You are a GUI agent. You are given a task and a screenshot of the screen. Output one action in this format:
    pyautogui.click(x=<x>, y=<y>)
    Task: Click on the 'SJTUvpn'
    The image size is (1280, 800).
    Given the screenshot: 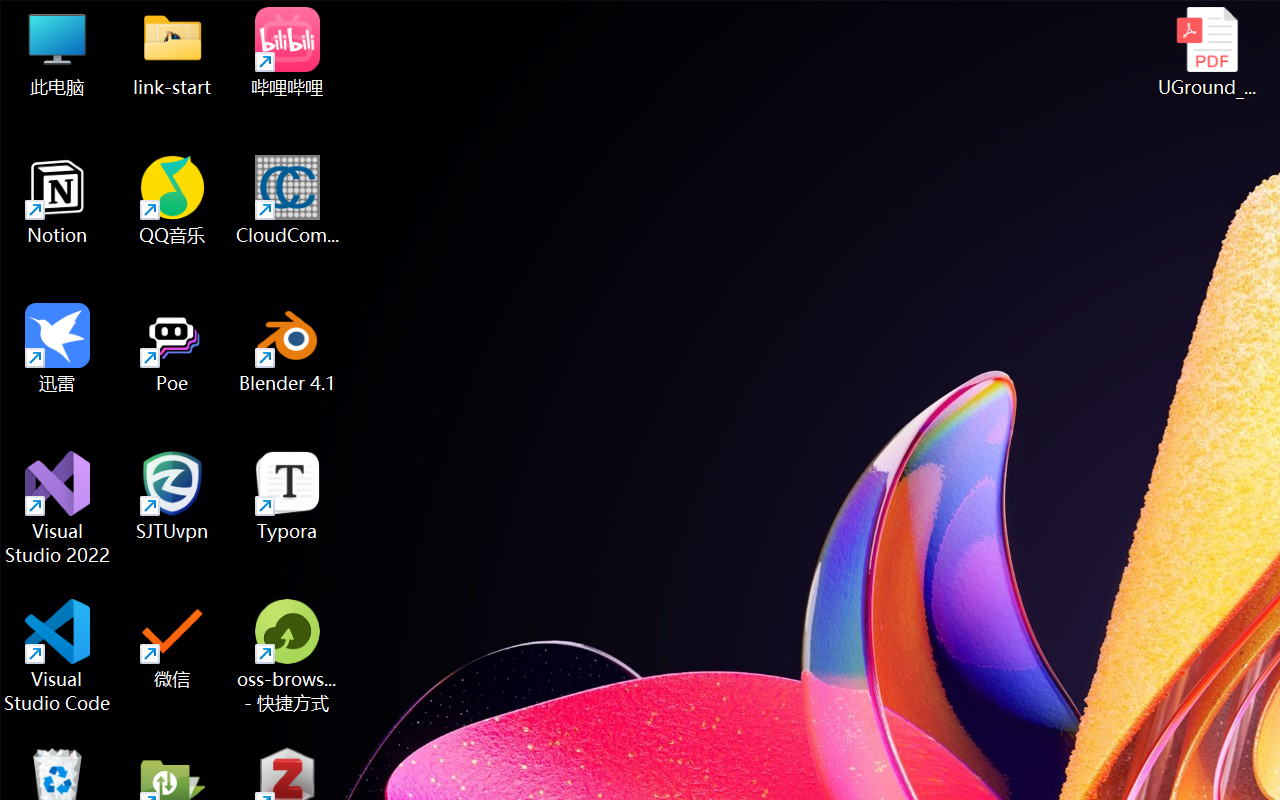 What is the action you would take?
    pyautogui.click(x=172, y=496)
    